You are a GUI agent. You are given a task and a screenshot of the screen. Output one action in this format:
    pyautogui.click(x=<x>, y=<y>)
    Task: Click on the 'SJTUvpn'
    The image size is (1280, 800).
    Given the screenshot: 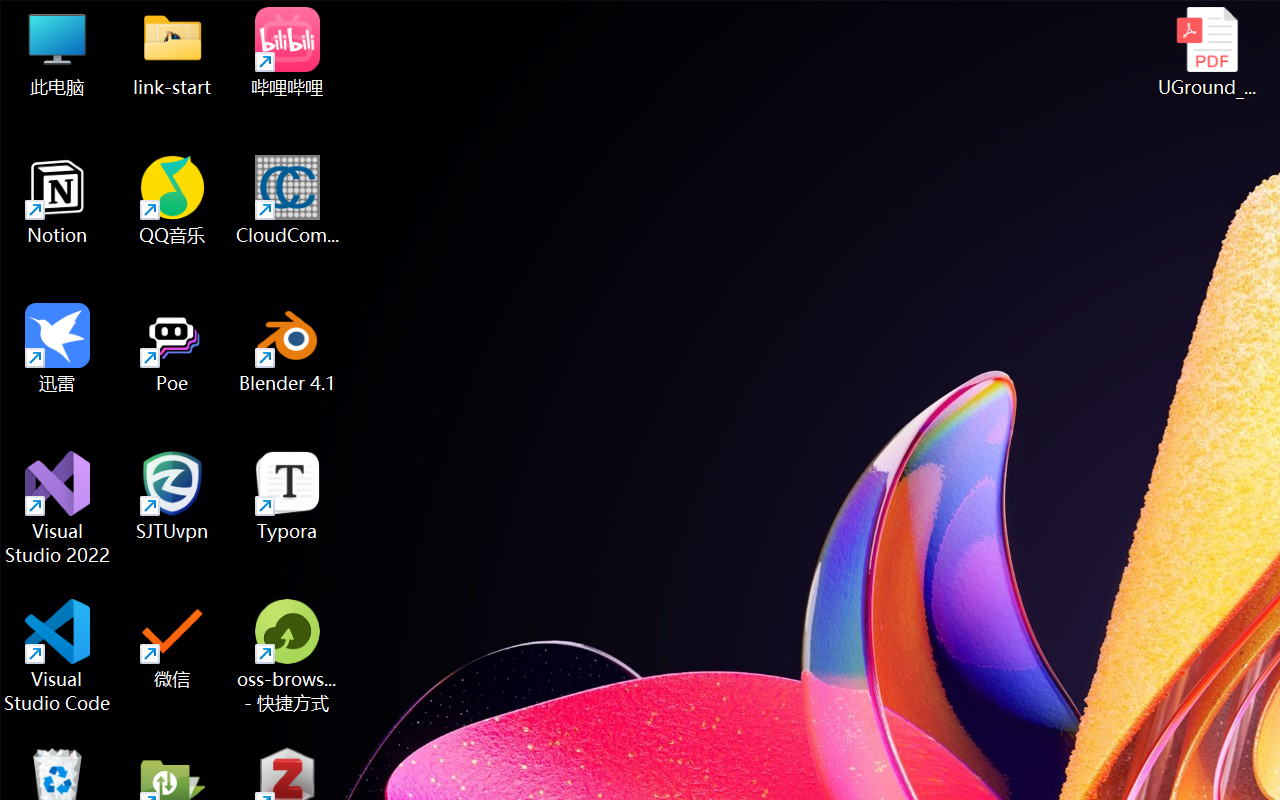 What is the action you would take?
    pyautogui.click(x=172, y=496)
    